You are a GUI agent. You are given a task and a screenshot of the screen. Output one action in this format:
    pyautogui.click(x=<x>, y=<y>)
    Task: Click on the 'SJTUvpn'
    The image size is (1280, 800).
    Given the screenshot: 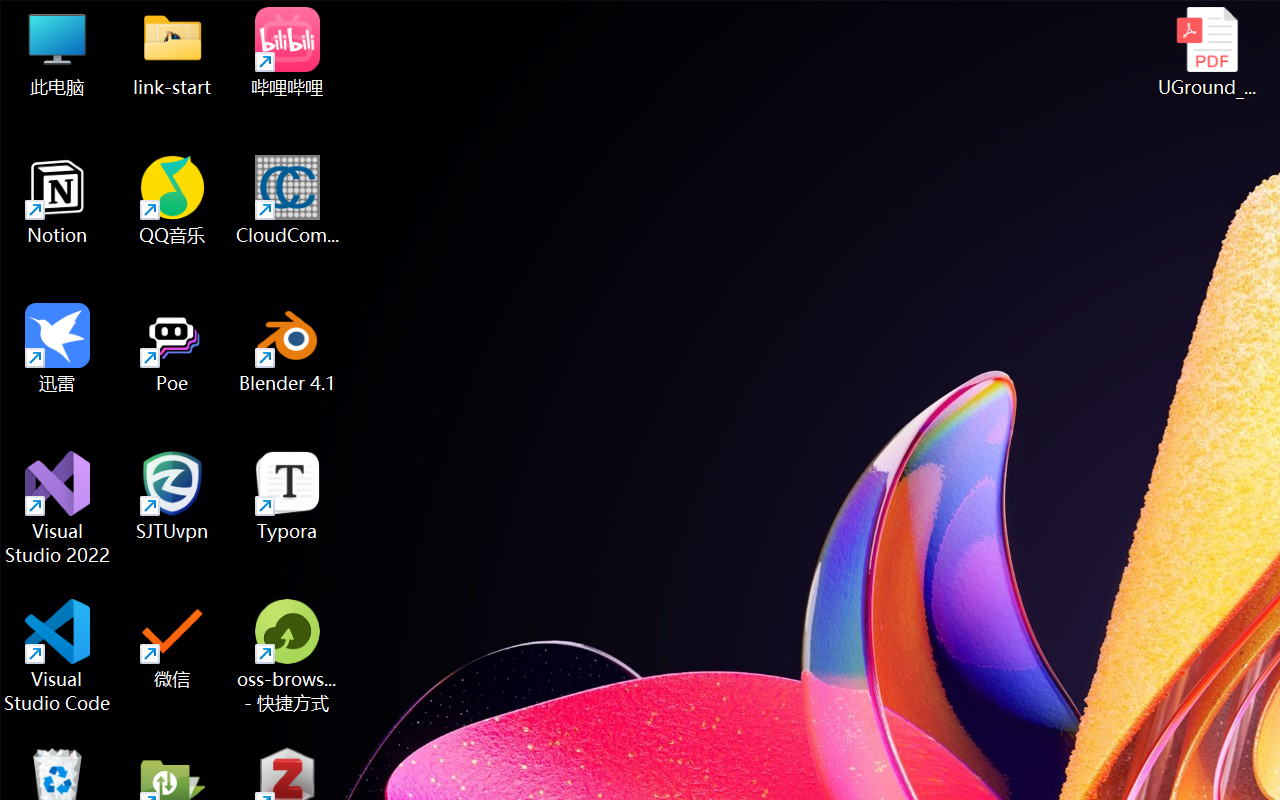 What is the action you would take?
    pyautogui.click(x=172, y=496)
    